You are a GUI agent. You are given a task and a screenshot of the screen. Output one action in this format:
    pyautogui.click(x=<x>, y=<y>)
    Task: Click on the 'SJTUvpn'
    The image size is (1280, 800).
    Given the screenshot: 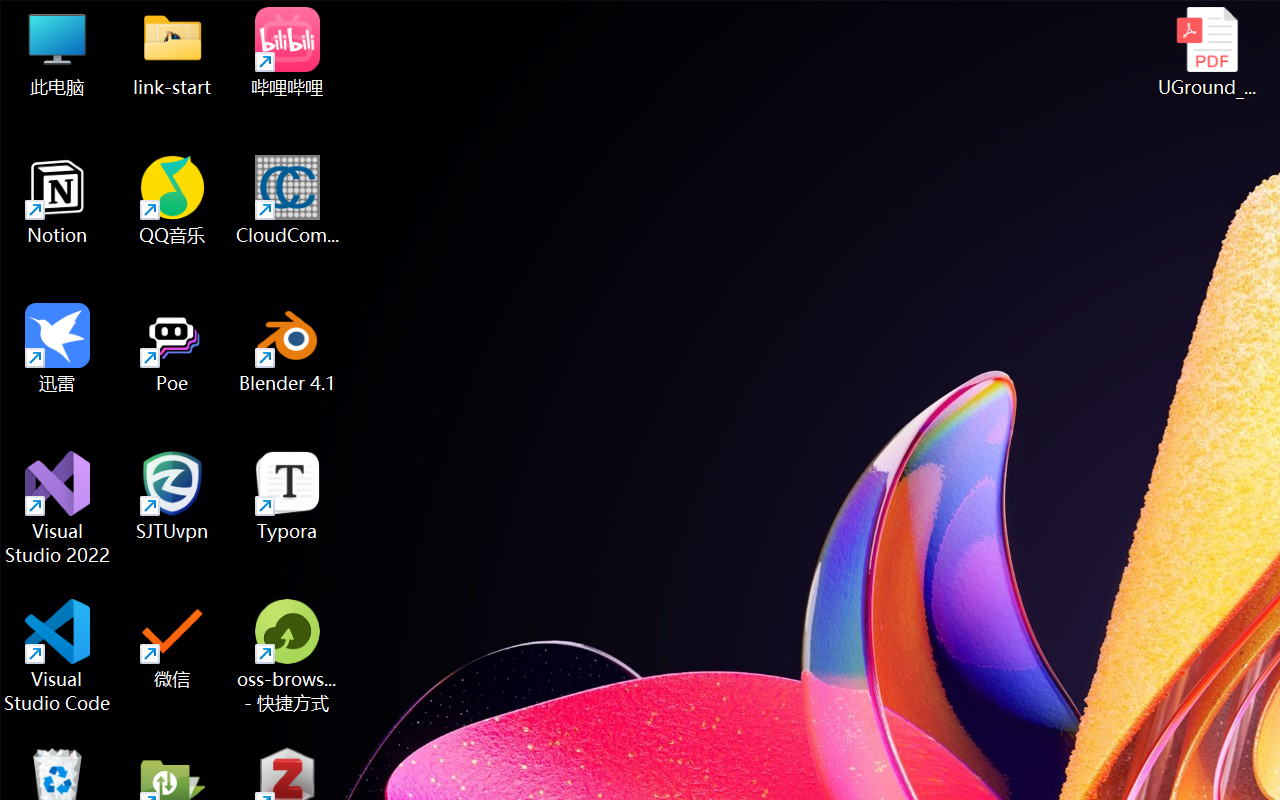 What is the action you would take?
    pyautogui.click(x=172, y=496)
    